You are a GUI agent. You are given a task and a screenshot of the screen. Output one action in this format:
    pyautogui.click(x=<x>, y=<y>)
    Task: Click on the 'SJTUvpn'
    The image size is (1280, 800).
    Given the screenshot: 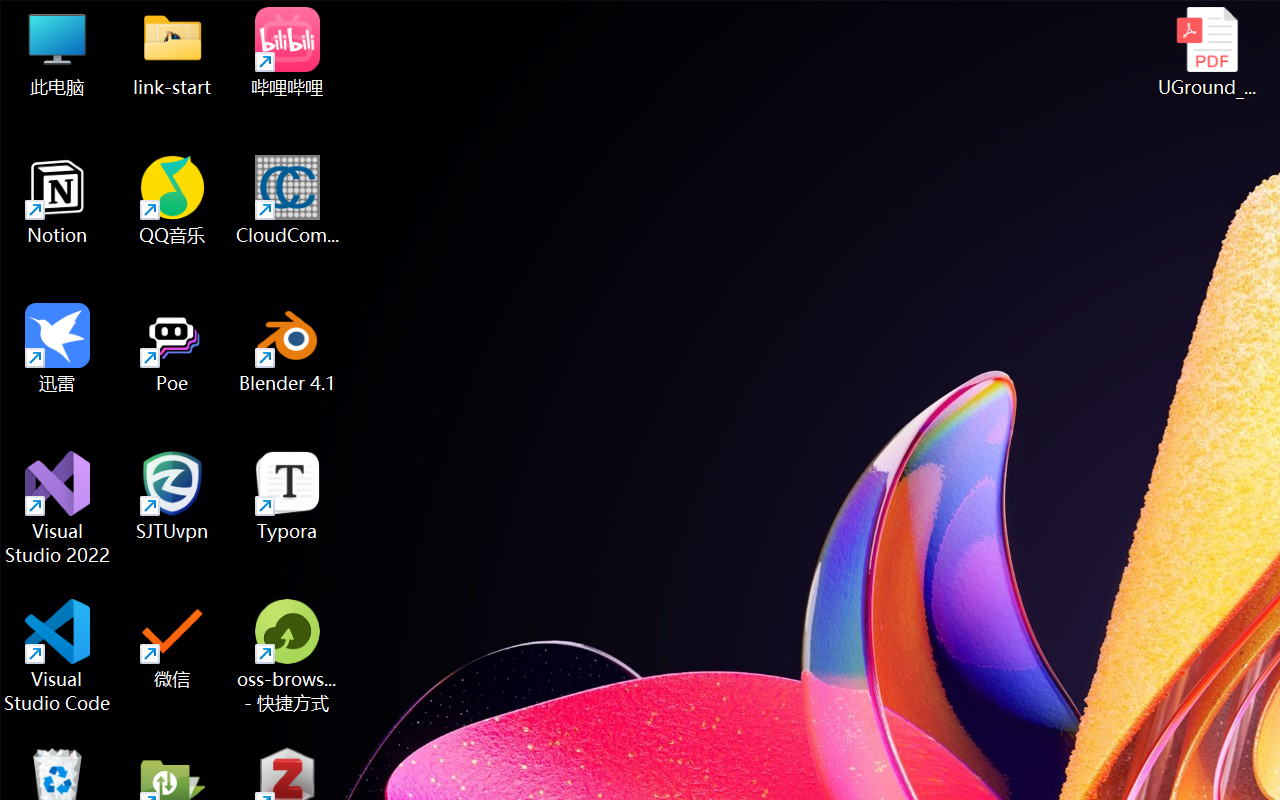 What is the action you would take?
    pyautogui.click(x=172, y=496)
    